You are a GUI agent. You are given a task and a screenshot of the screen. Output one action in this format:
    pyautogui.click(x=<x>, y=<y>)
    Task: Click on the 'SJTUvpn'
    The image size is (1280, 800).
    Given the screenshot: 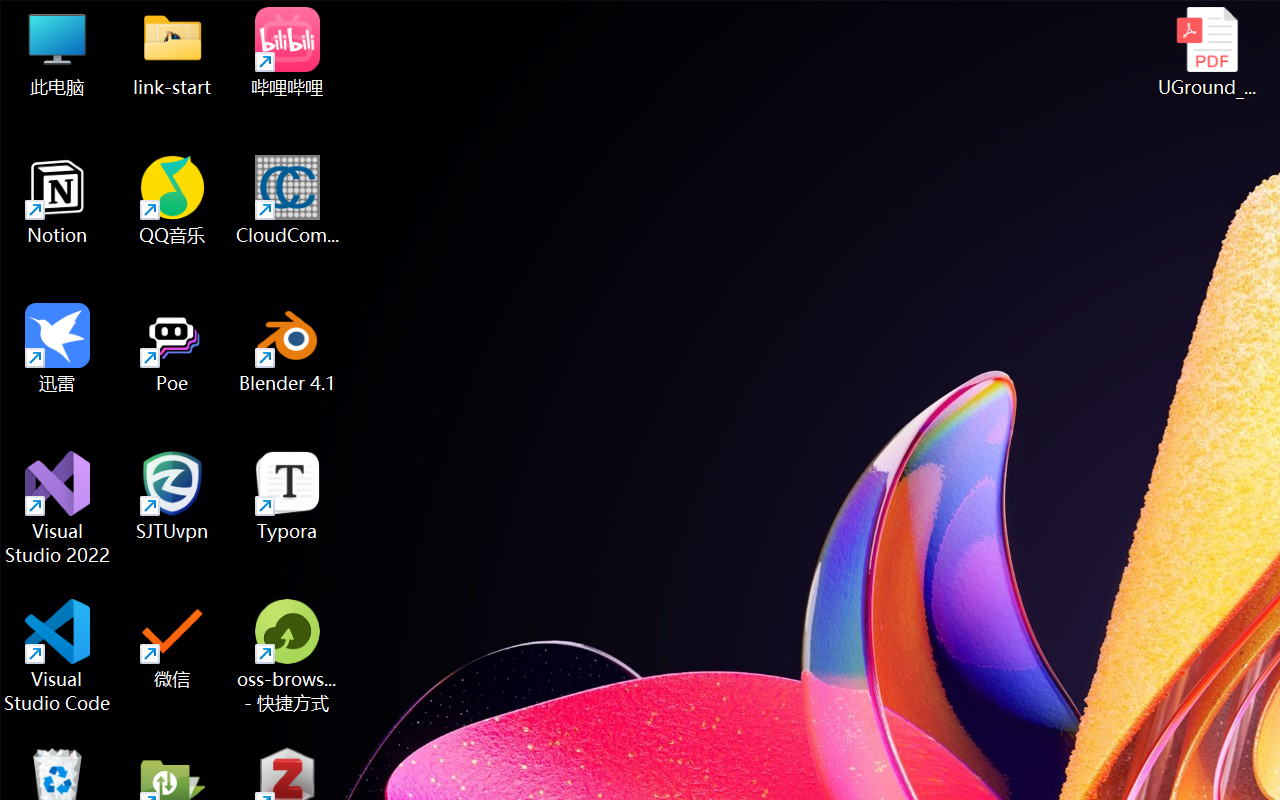 What is the action you would take?
    pyautogui.click(x=172, y=496)
    